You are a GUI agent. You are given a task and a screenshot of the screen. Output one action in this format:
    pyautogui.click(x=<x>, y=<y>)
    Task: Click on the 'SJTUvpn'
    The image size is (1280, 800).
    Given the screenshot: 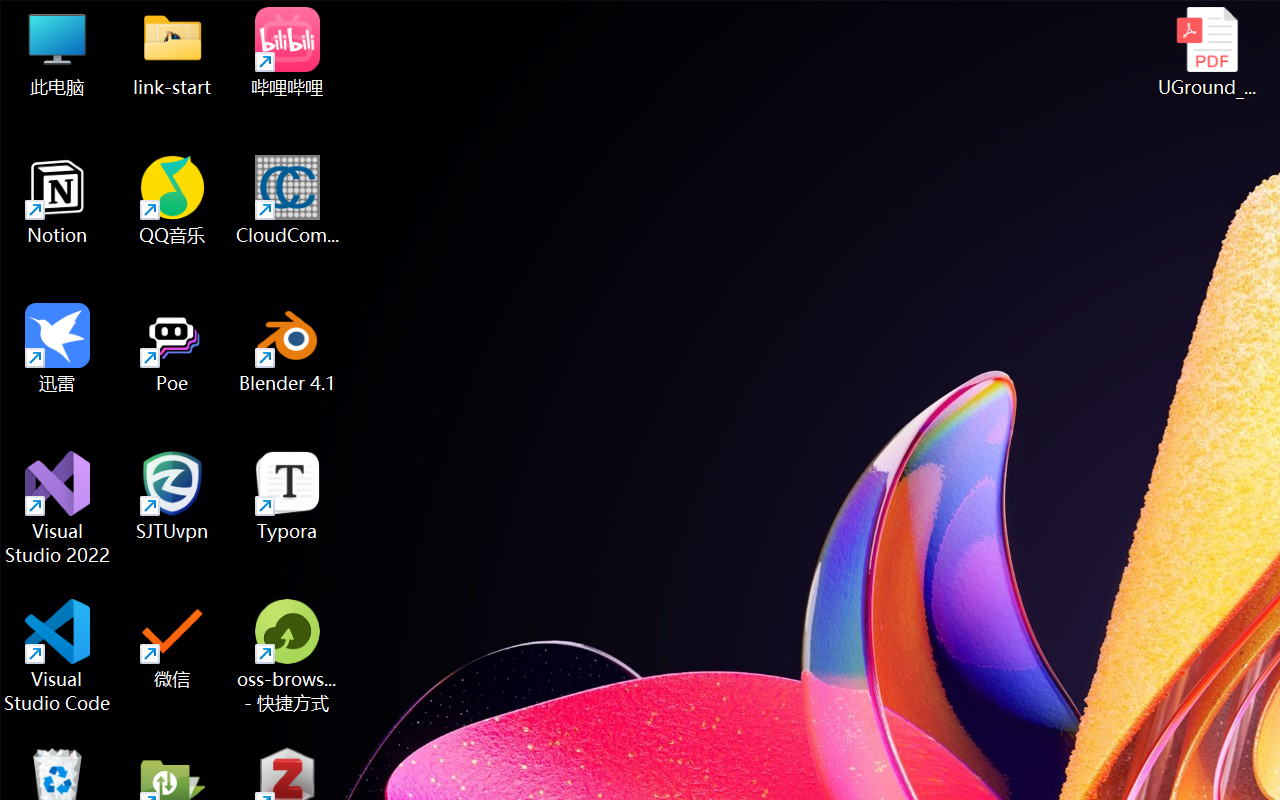 What is the action you would take?
    pyautogui.click(x=172, y=496)
    